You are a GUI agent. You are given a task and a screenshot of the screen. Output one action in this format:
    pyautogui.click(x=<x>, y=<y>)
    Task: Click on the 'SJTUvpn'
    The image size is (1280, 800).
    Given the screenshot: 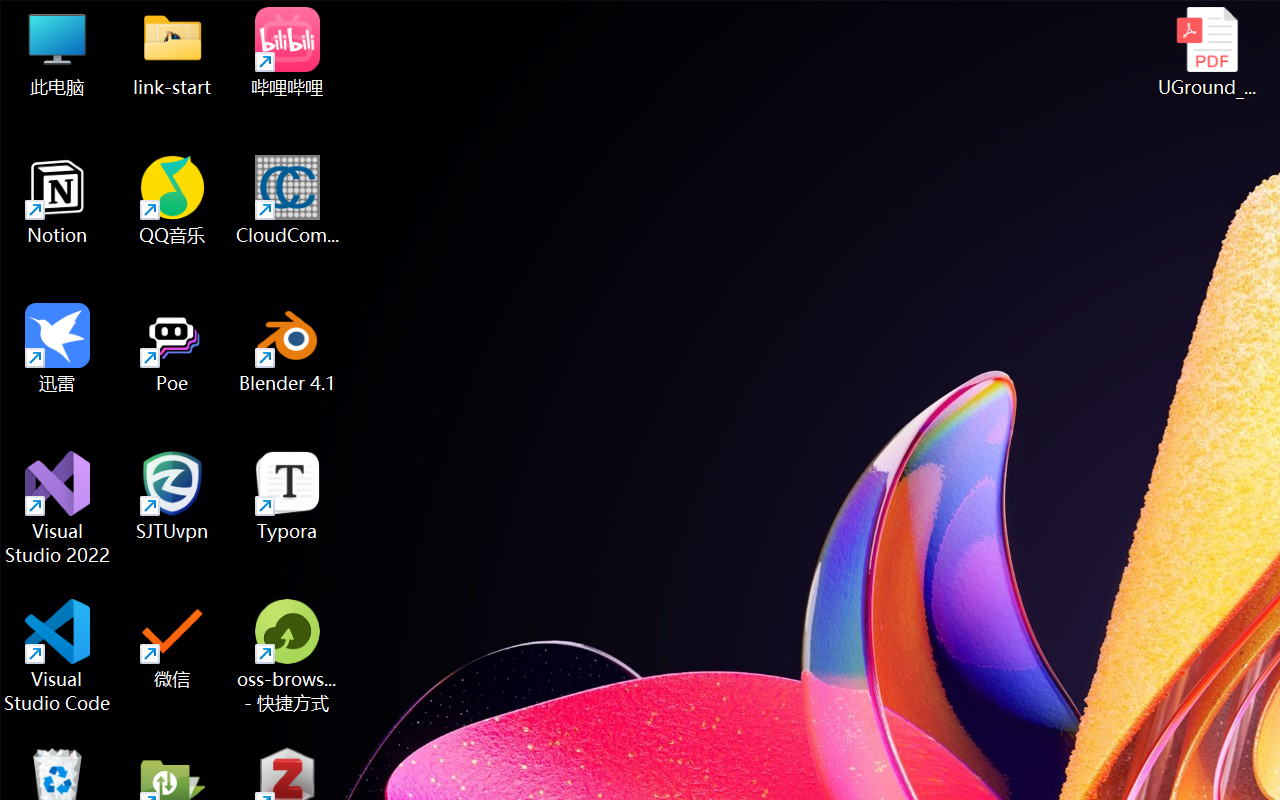 What is the action you would take?
    pyautogui.click(x=172, y=496)
    